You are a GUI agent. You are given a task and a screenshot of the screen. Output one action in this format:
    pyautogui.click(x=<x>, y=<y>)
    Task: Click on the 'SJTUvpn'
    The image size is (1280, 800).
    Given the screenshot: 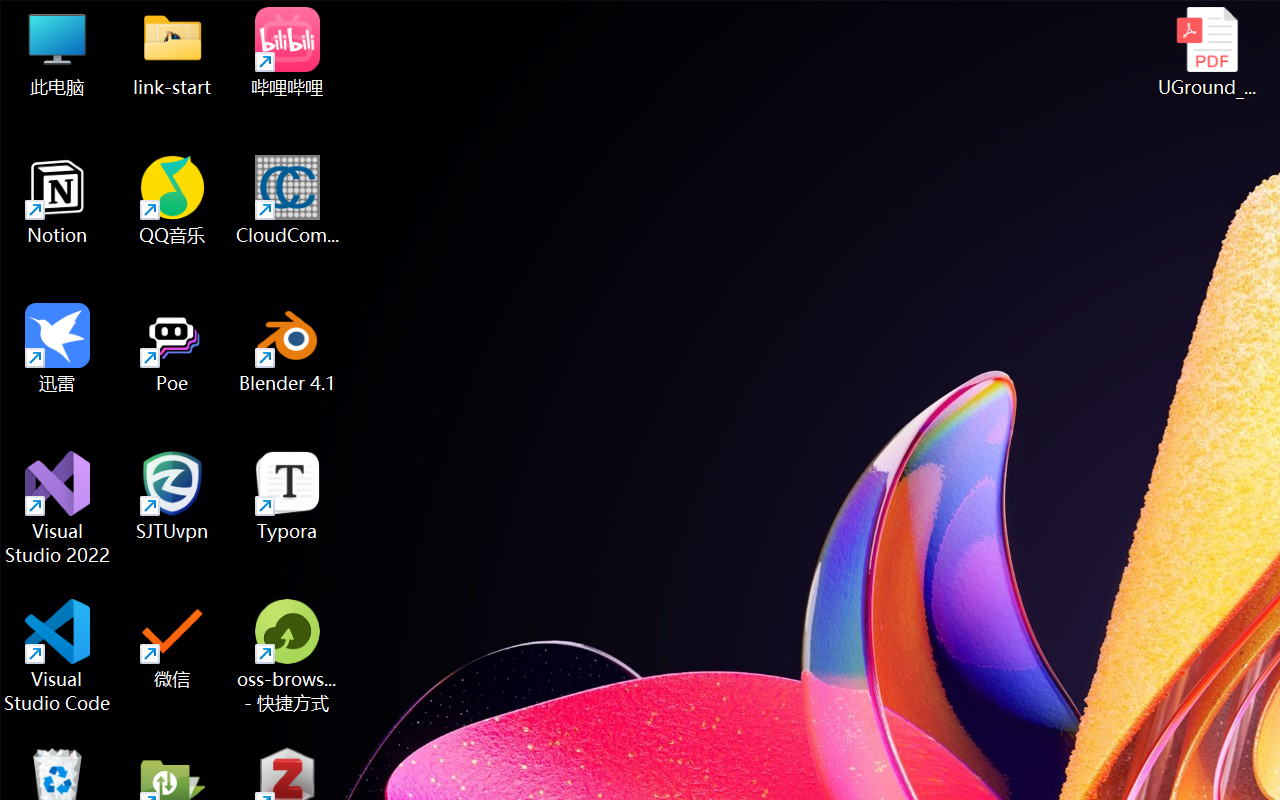 What is the action you would take?
    pyautogui.click(x=172, y=496)
    